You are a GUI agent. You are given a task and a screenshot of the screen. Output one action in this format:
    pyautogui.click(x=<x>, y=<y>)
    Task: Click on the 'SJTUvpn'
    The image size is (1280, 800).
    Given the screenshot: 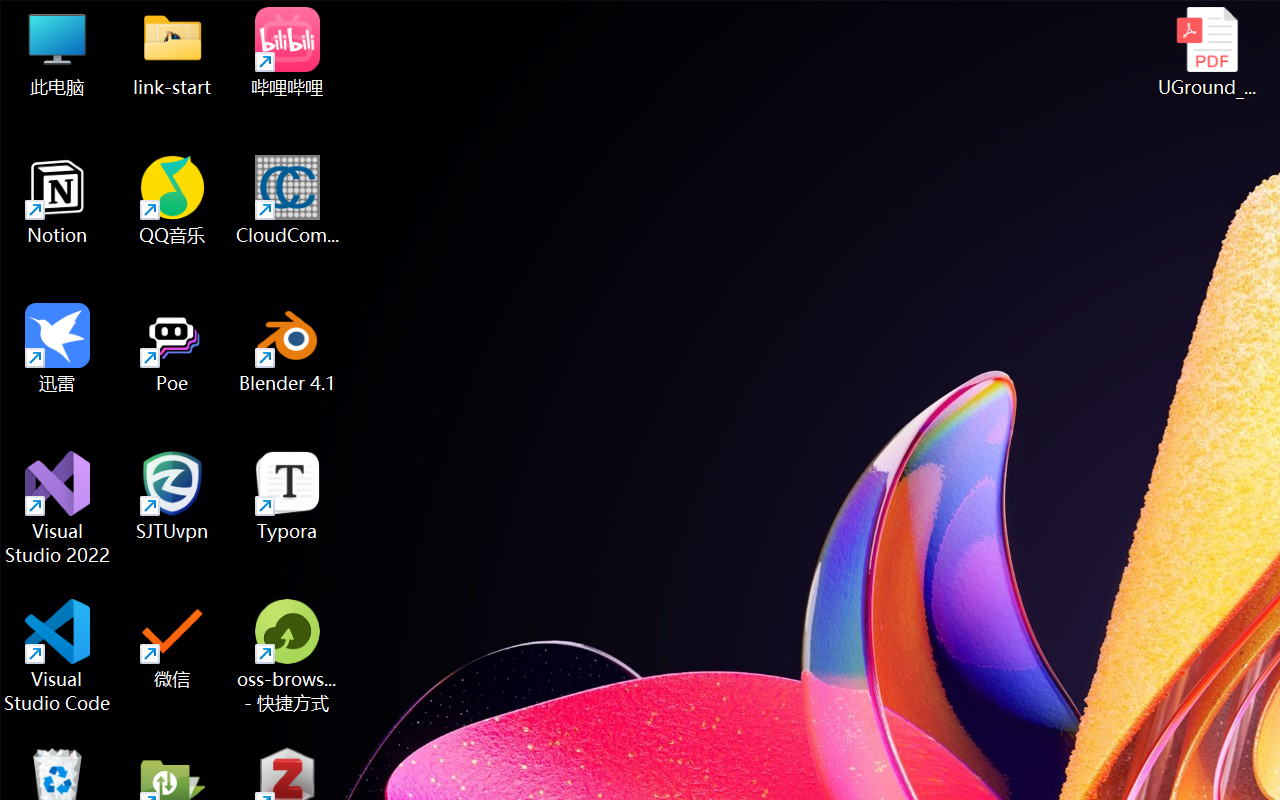 What is the action you would take?
    pyautogui.click(x=172, y=496)
    